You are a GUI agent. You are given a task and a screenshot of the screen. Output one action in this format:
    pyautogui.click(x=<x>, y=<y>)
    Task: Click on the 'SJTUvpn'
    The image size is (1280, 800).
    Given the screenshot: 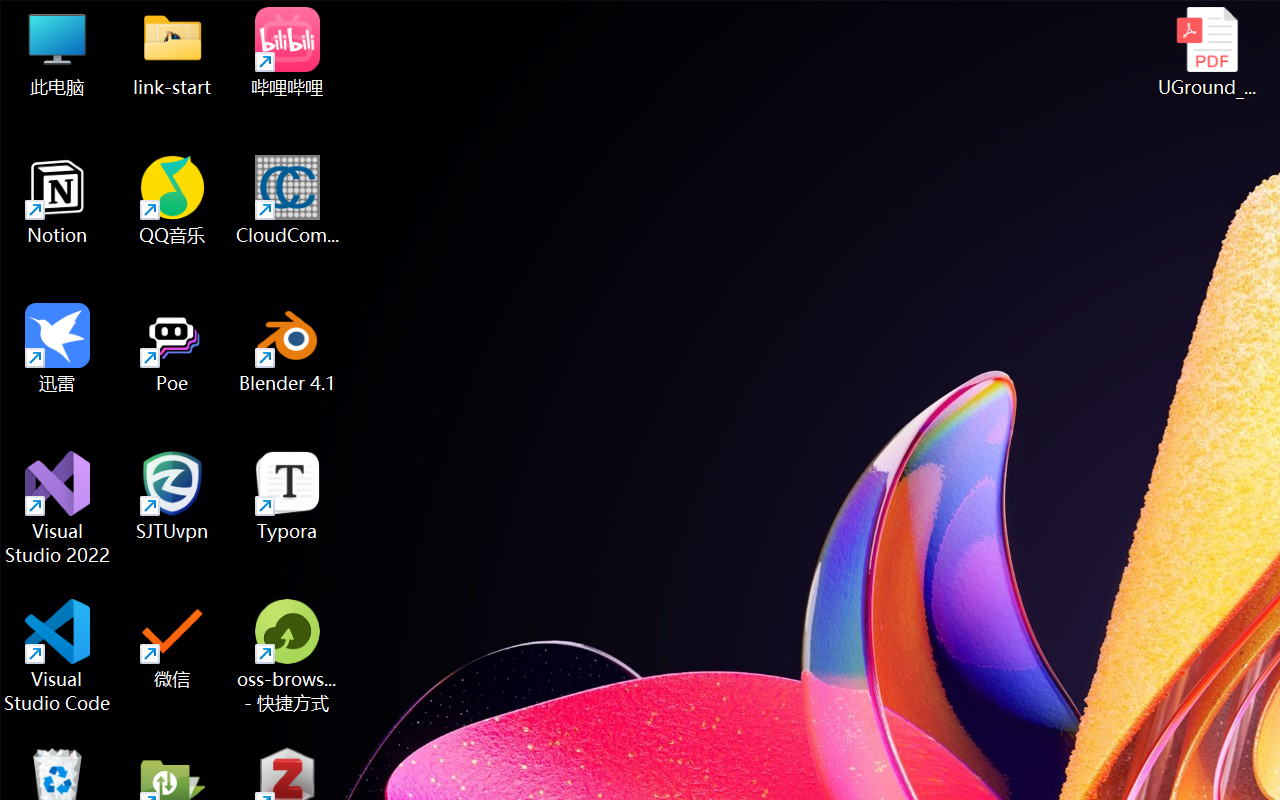 What is the action you would take?
    pyautogui.click(x=172, y=496)
    